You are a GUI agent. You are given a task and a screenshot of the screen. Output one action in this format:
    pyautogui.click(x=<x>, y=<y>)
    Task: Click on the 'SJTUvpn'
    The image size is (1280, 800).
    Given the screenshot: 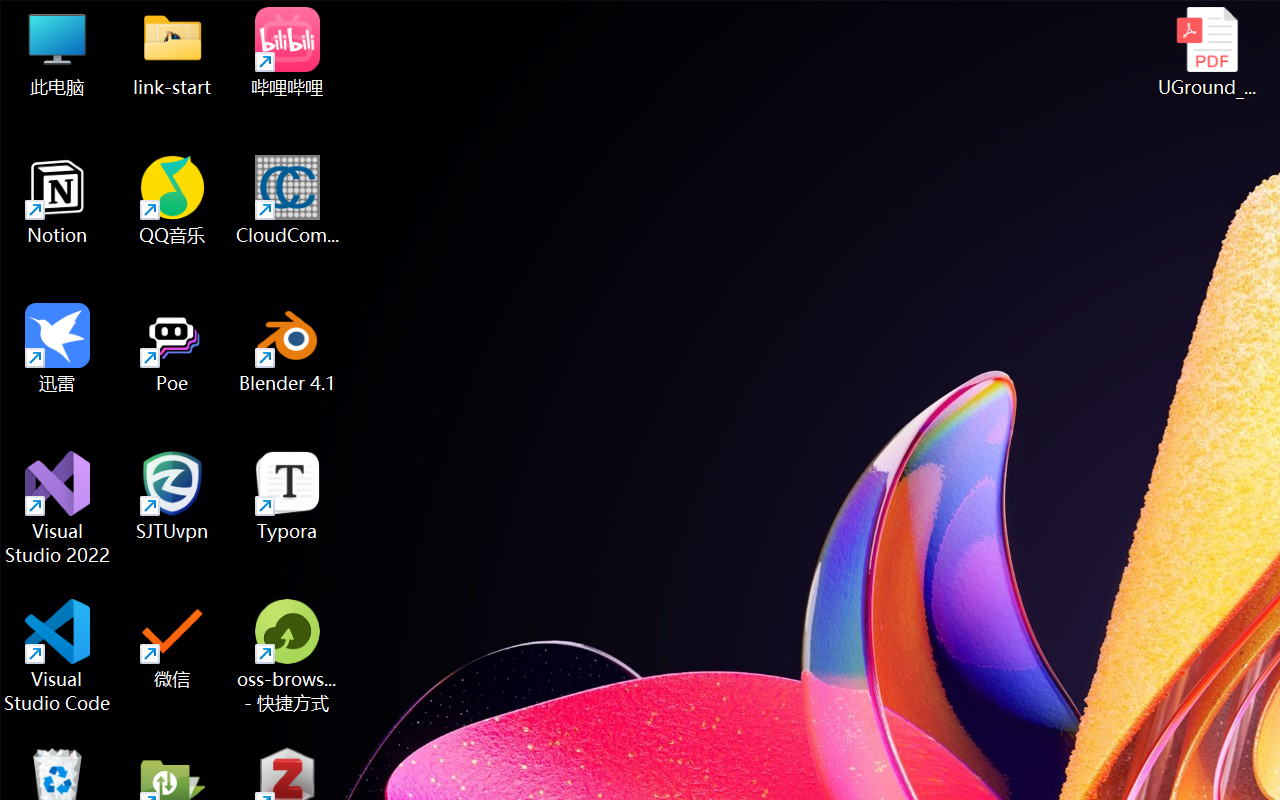 What is the action you would take?
    pyautogui.click(x=172, y=496)
    